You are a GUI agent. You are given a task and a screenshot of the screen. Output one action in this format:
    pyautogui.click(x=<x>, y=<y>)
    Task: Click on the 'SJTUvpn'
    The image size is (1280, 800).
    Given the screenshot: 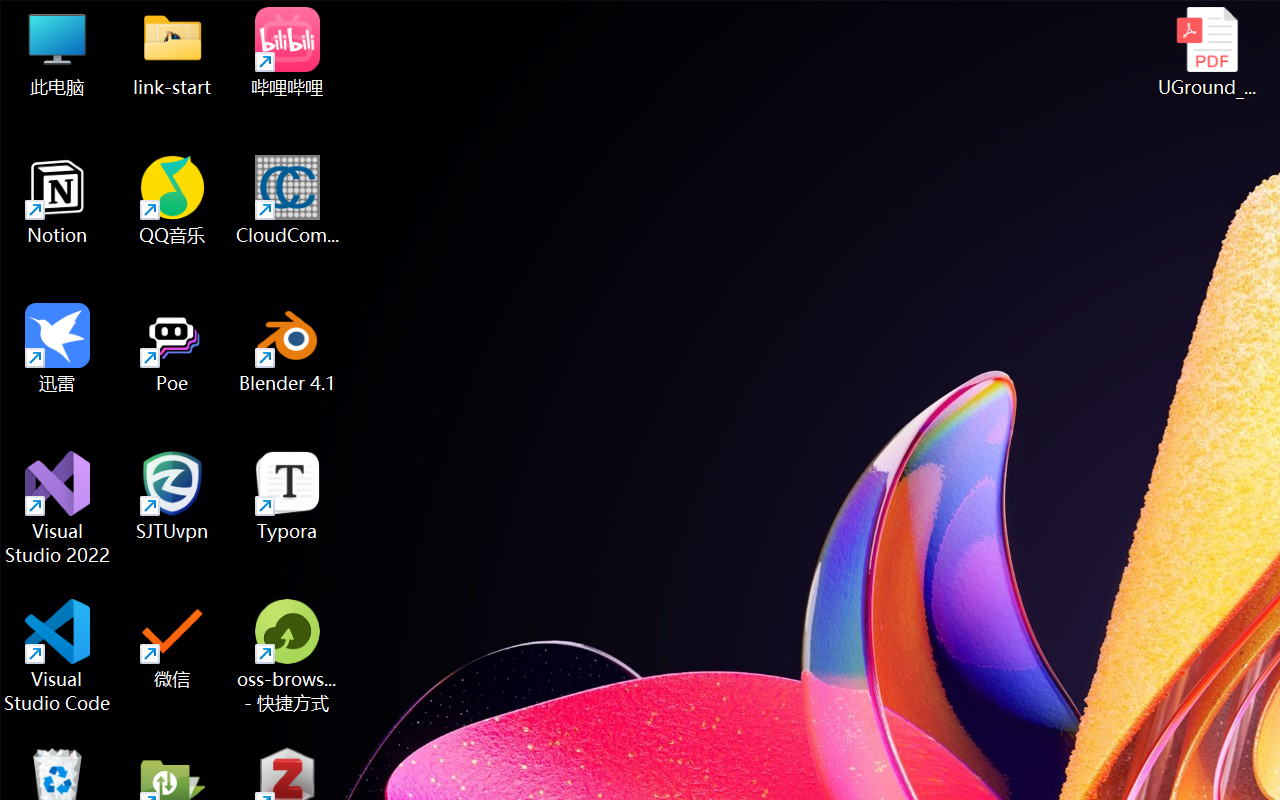 What is the action you would take?
    pyautogui.click(x=172, y=496)
    